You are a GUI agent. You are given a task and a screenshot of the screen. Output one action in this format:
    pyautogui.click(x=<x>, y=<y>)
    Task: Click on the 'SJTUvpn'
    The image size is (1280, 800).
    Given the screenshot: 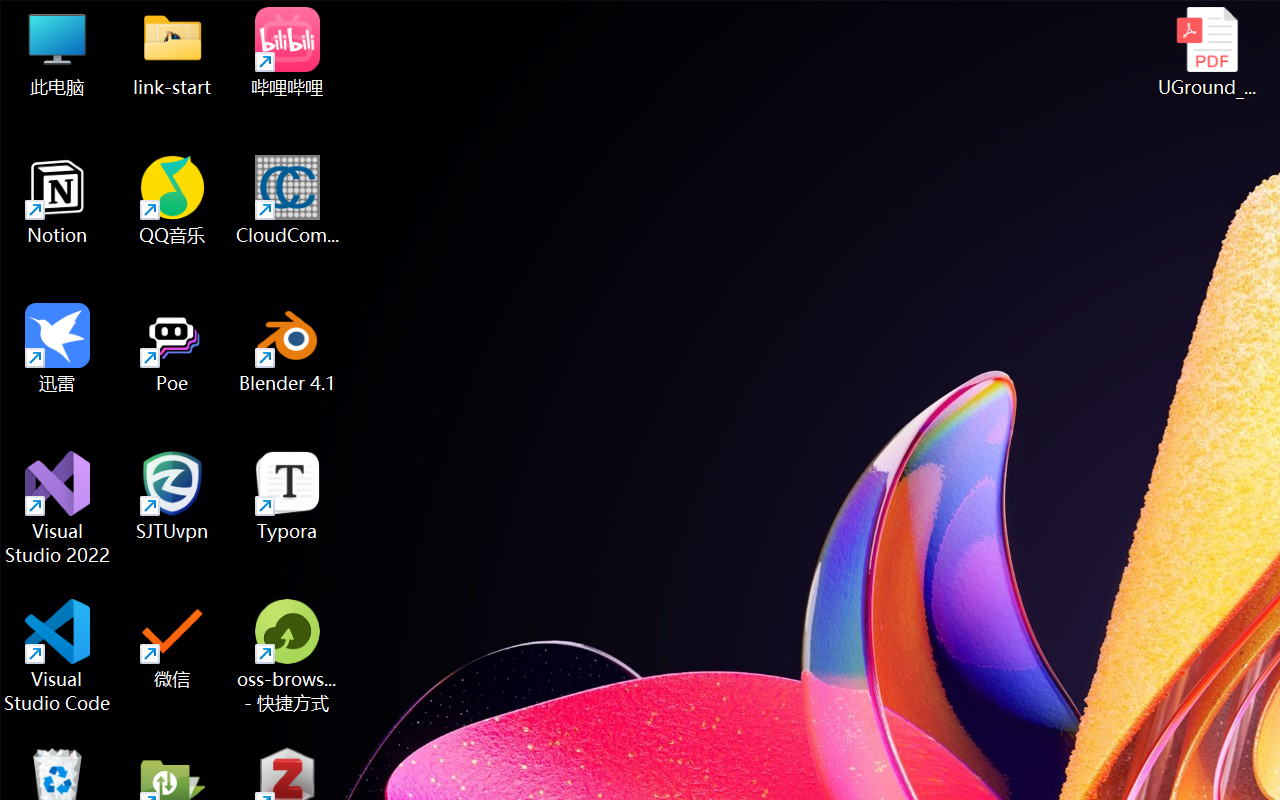 What is the action you would take?
    pyautogui.click(x=172, y=496)
    